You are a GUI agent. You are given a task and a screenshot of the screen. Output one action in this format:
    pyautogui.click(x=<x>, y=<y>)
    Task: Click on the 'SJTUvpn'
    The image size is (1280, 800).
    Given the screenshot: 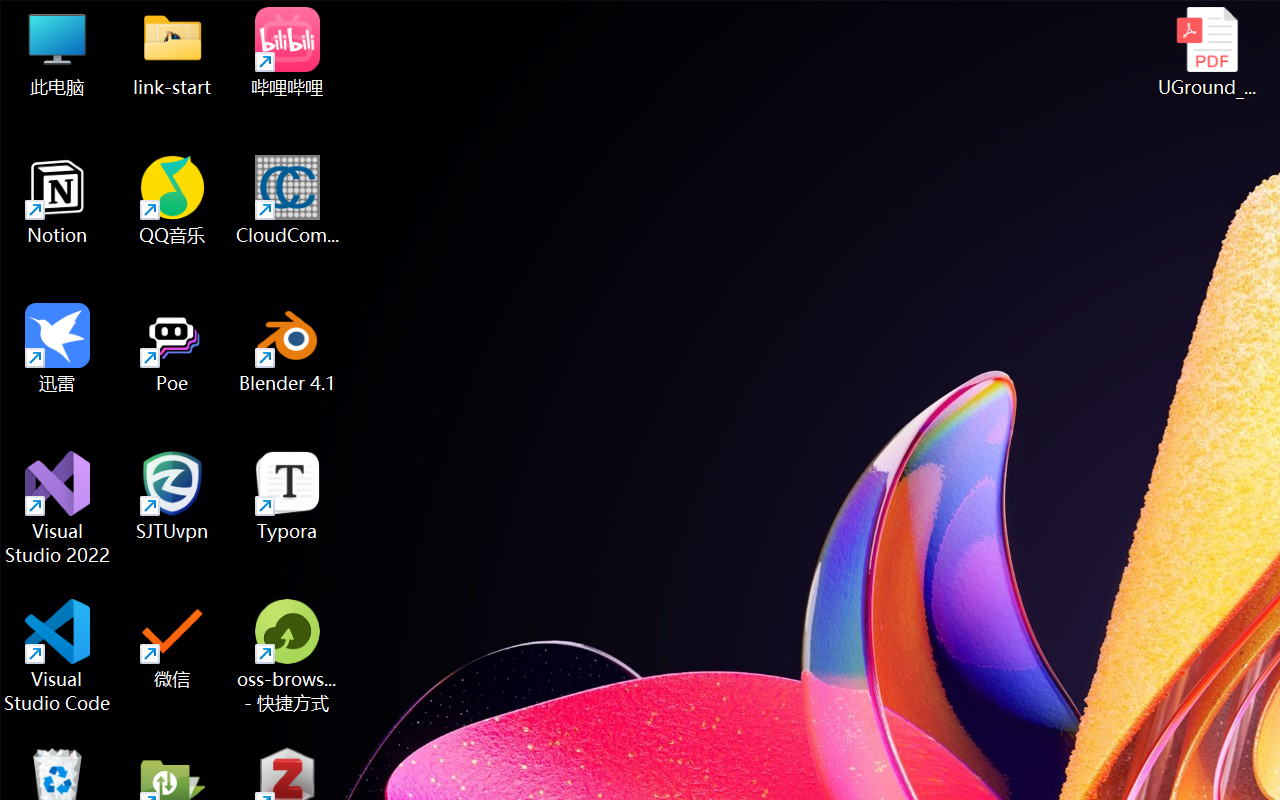 What is the action you would take?
    pyautogui.click(x=172, y=496)
    